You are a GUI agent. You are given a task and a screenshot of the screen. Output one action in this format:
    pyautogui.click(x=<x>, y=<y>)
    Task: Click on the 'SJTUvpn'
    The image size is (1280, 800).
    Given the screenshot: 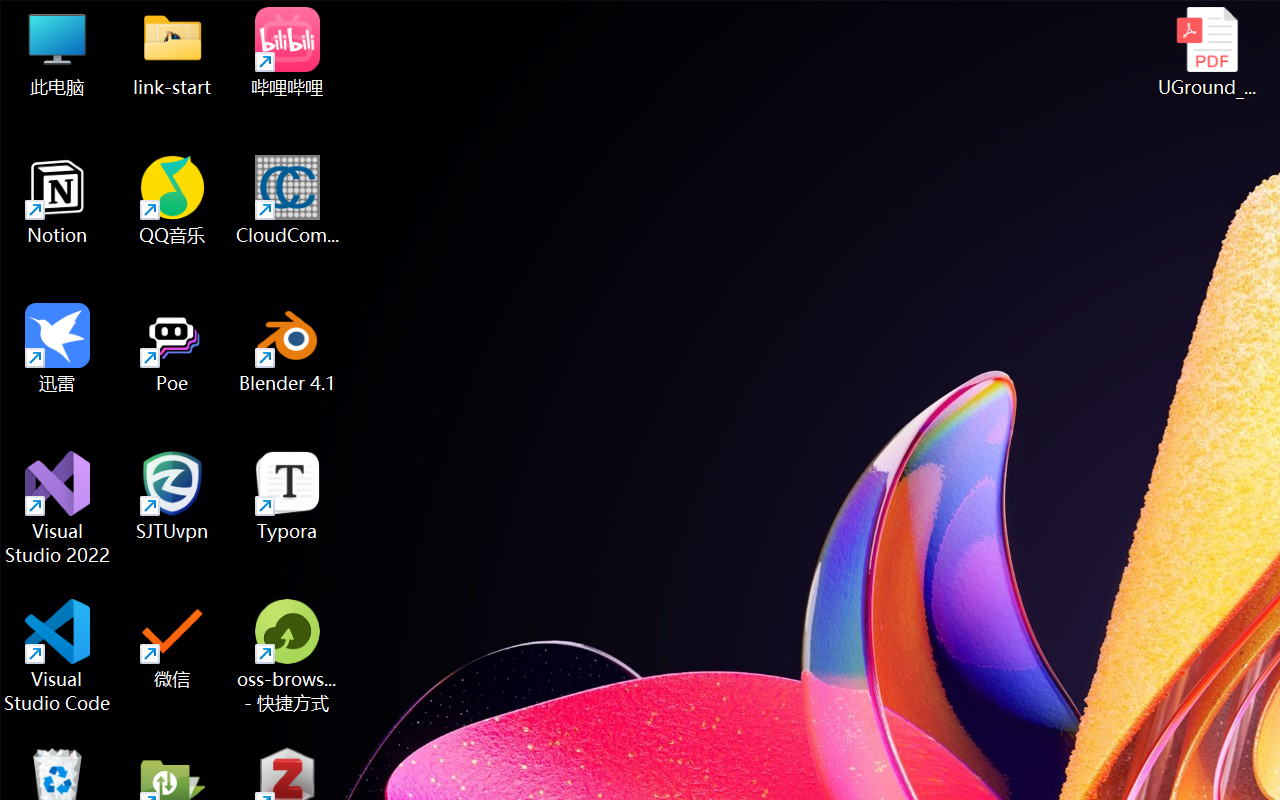 What is the action you would take?
    pyautogui.click(x=172, y=496)
    